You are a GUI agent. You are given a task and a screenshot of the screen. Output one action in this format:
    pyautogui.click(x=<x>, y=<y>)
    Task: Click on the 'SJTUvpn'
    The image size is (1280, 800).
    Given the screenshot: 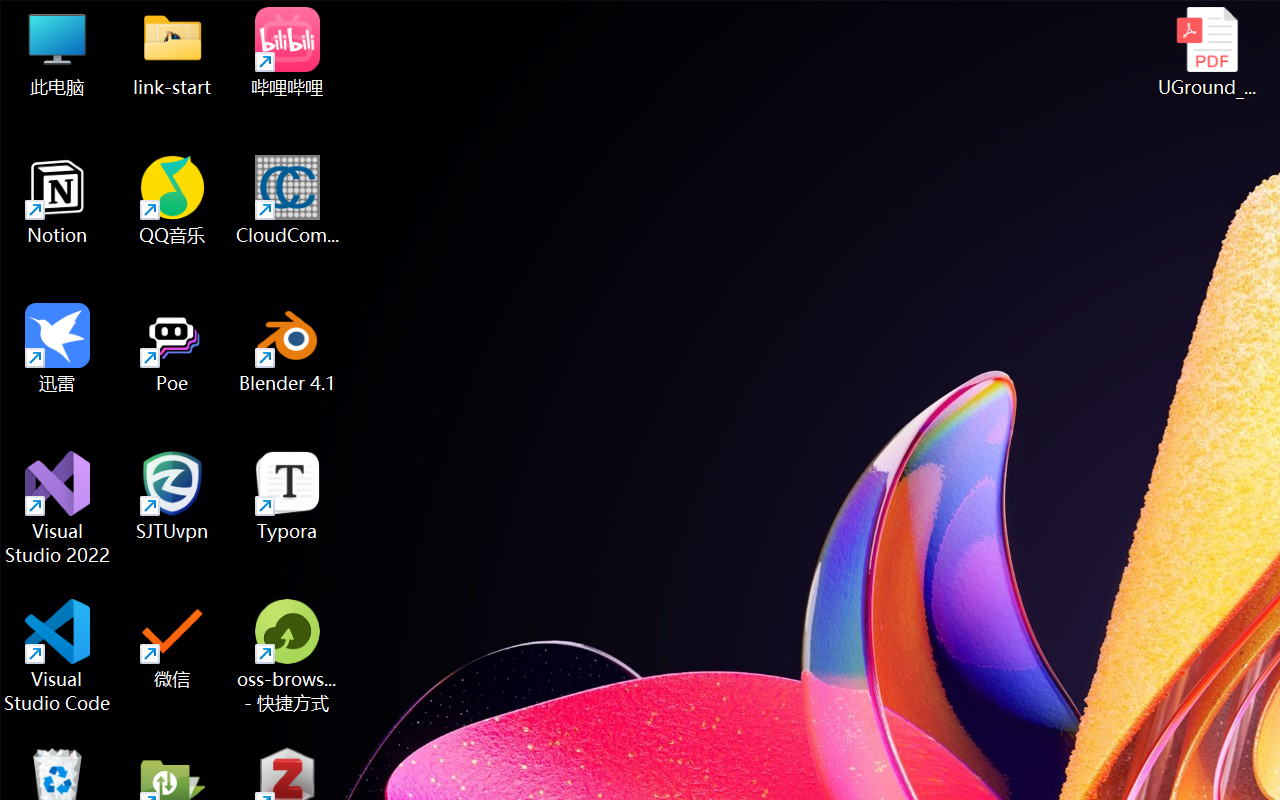 What is the action you would take?
    pyautogui.click(x=172, y=496)
    